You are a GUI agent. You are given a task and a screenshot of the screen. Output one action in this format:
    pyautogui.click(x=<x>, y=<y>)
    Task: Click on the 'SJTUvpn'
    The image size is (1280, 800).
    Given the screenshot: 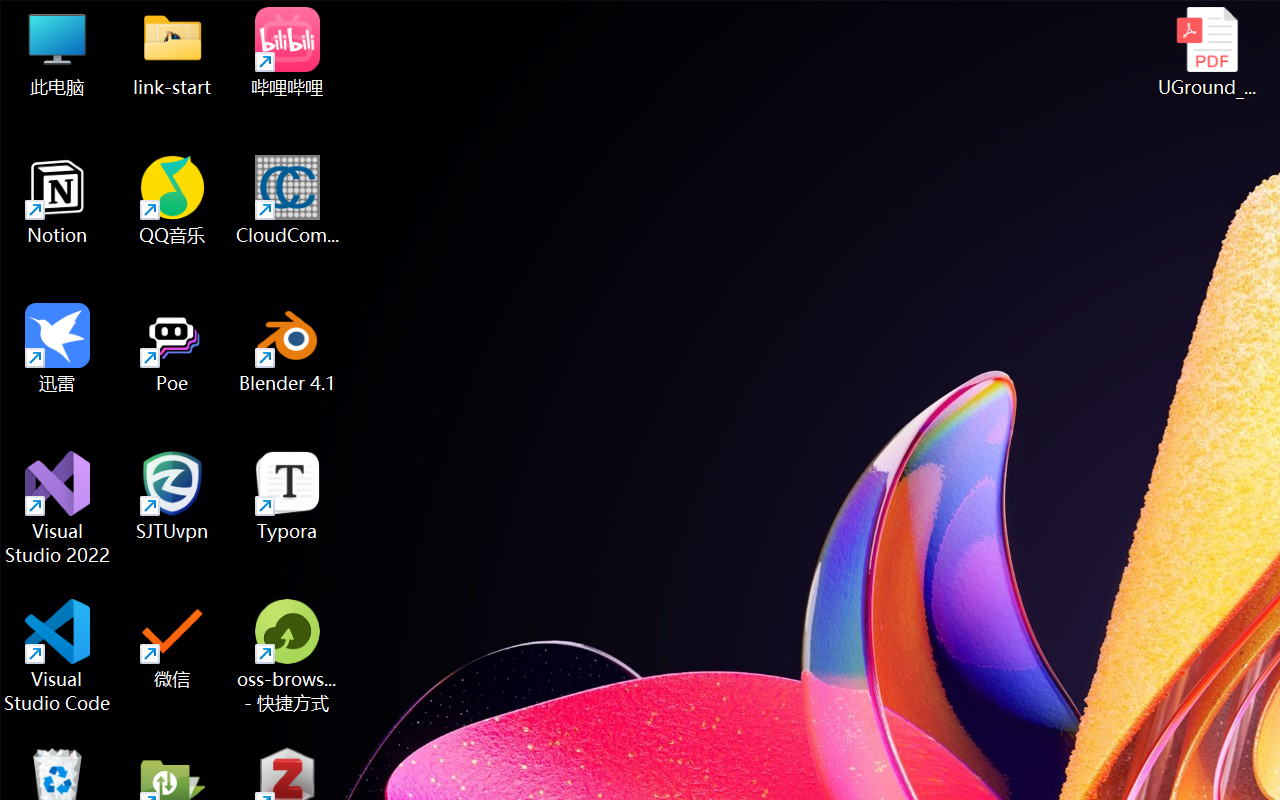 What is the action you would take?
    pyautogui.click(x=172, y=496)
    